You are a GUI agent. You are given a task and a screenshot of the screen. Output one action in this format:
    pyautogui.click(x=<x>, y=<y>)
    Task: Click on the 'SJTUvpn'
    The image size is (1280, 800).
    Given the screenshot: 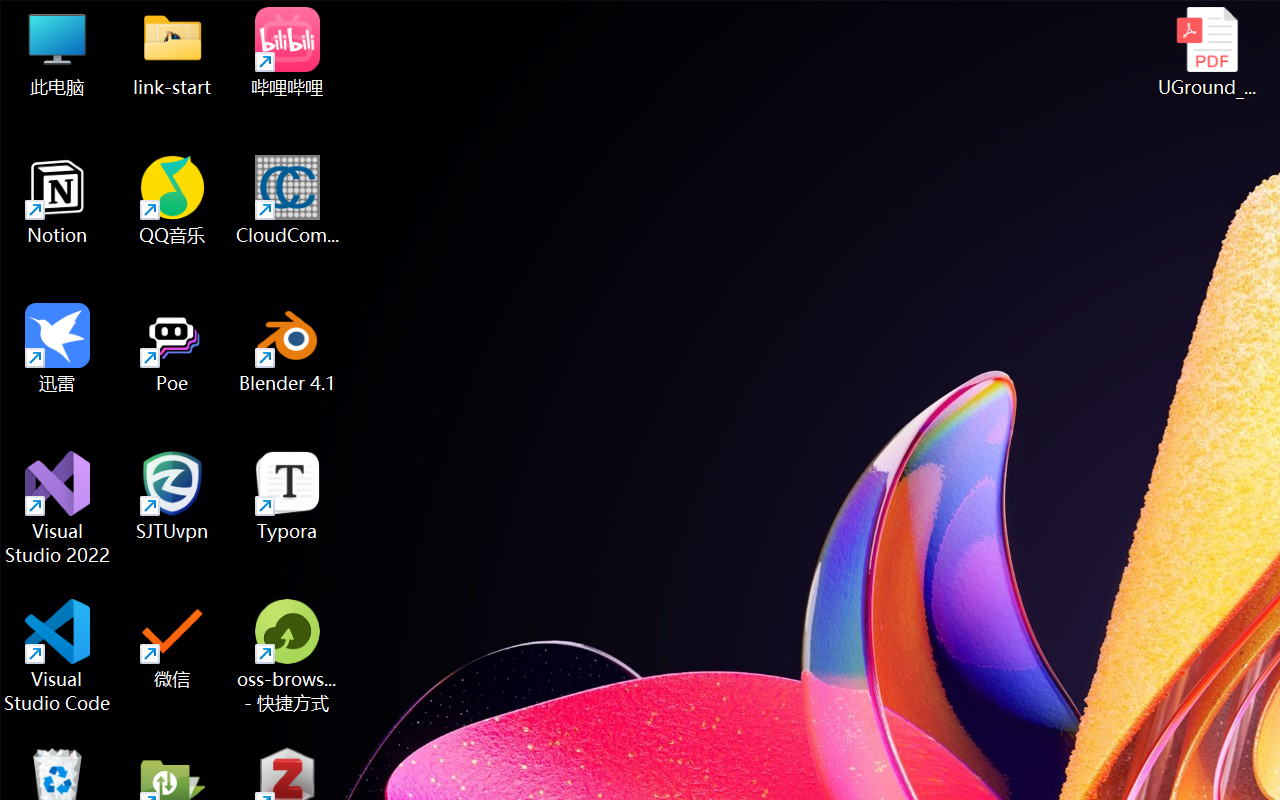 What is the action you would take?
    pyautogui.click(x=172, y=496)
    